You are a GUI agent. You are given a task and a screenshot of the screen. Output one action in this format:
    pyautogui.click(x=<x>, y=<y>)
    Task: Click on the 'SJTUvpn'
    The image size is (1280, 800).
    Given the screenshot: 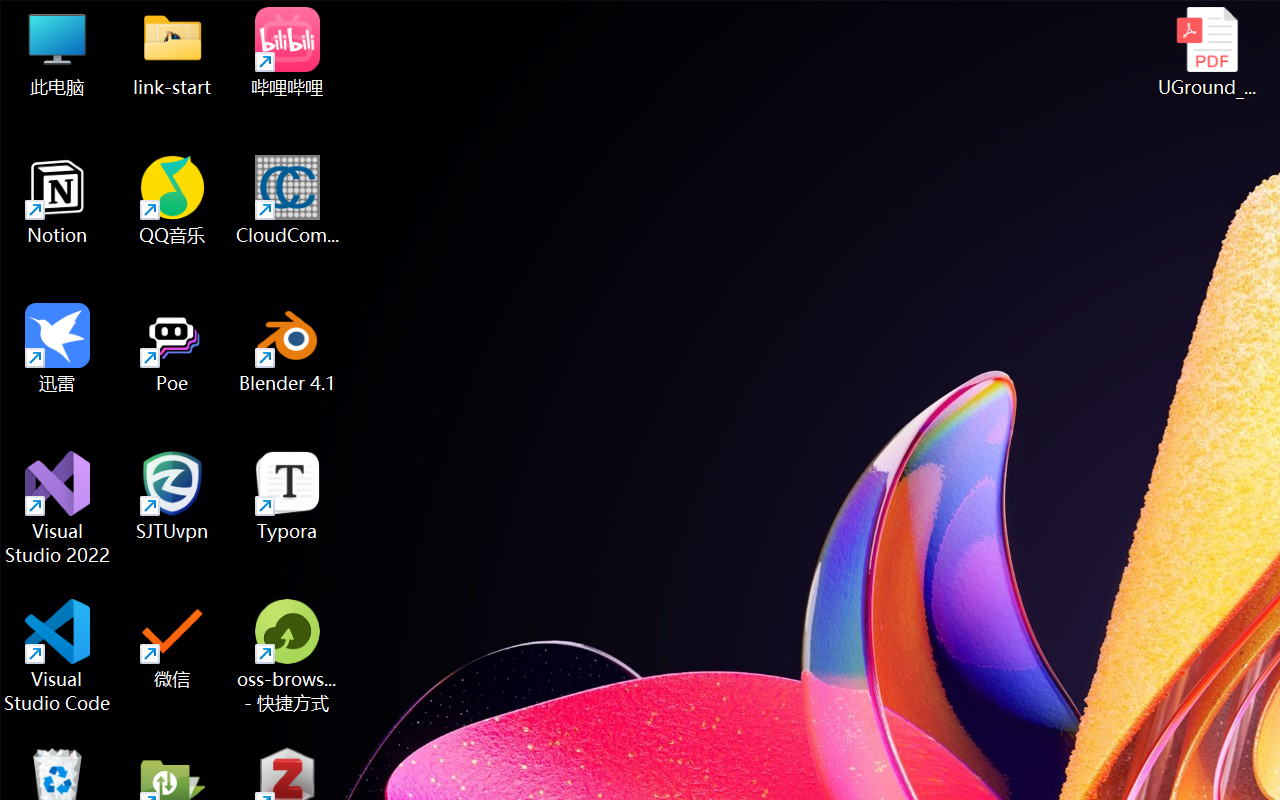 What is the action you would take?
    pyautogui.click(x=172, y=496)
    